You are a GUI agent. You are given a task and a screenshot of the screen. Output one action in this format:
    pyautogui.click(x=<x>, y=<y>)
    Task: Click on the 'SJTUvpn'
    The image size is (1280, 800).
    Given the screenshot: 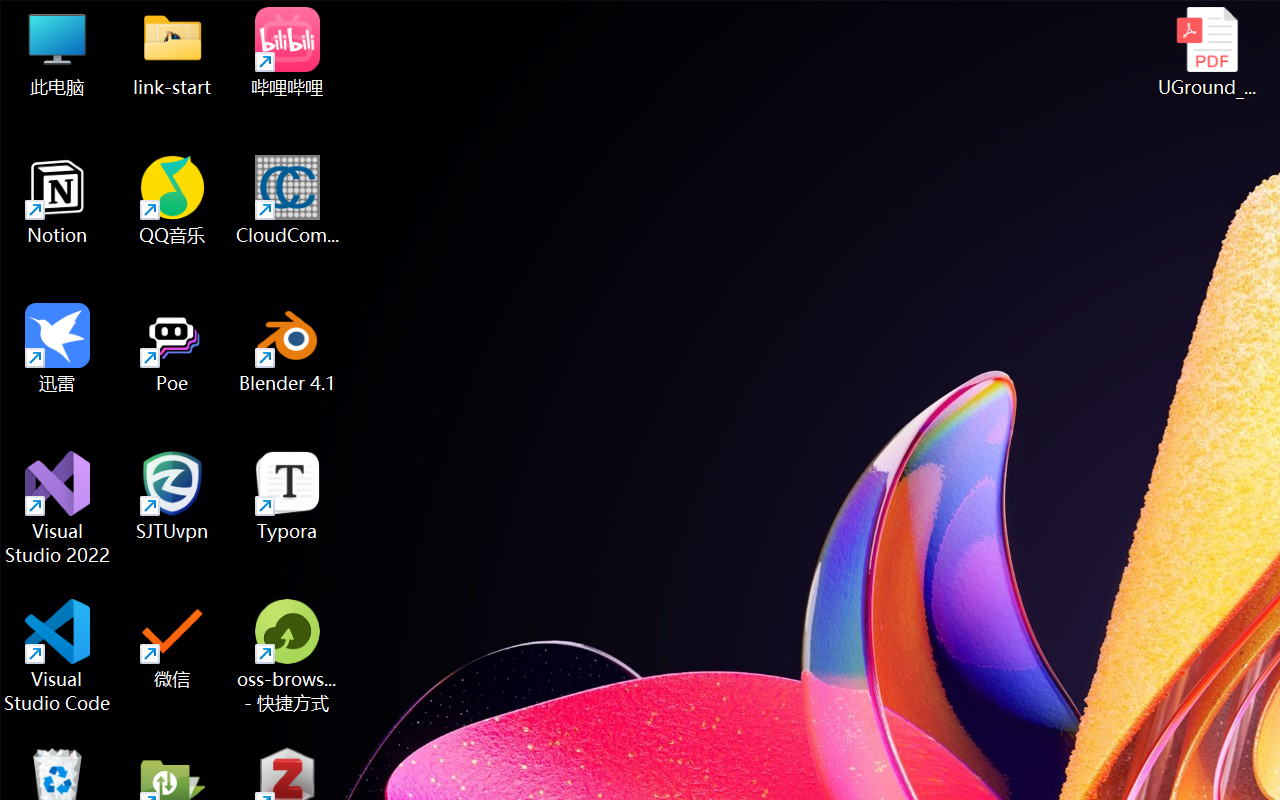 What is the action you would take?
    pyautogui.click(x=172, y=496)
    